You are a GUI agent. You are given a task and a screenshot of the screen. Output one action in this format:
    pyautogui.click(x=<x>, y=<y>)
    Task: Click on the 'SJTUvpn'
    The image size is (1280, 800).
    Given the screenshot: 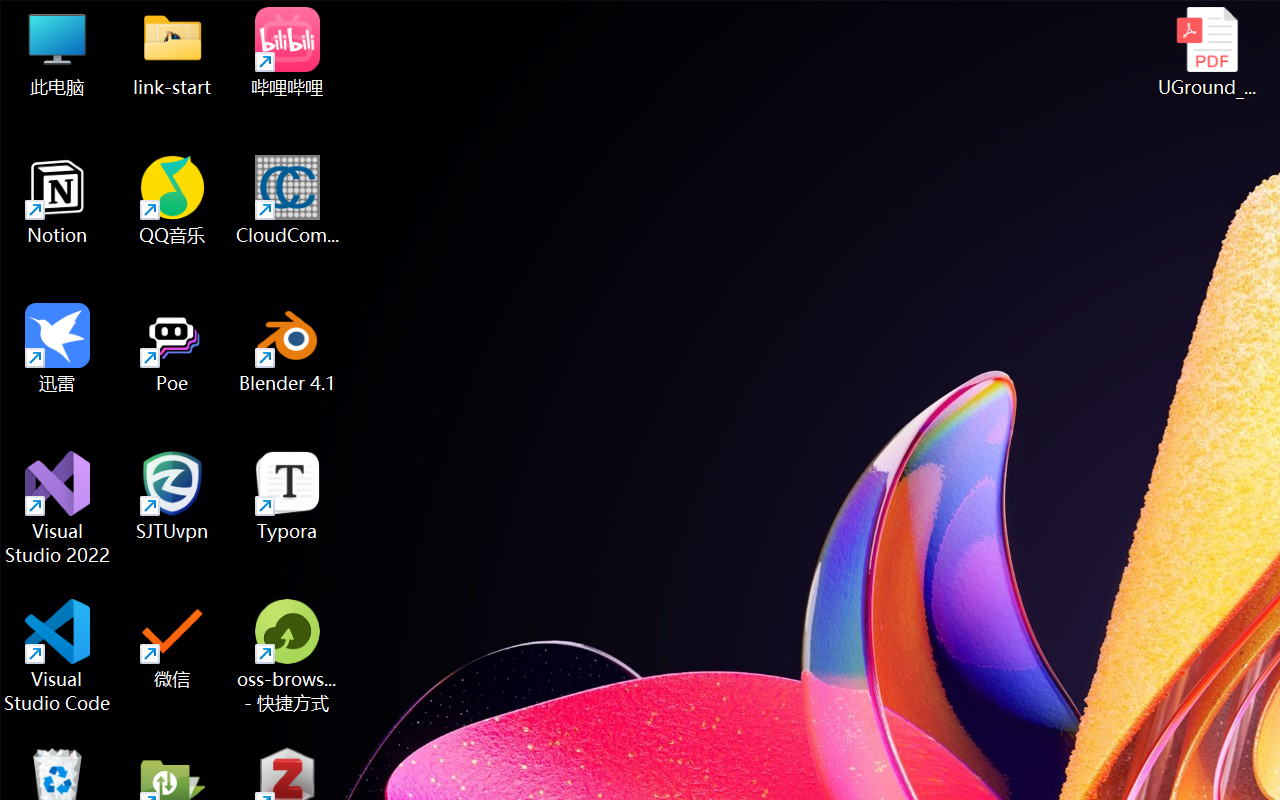 What is the action you would take?
    pyautogui.click(x=172, y=496)
    